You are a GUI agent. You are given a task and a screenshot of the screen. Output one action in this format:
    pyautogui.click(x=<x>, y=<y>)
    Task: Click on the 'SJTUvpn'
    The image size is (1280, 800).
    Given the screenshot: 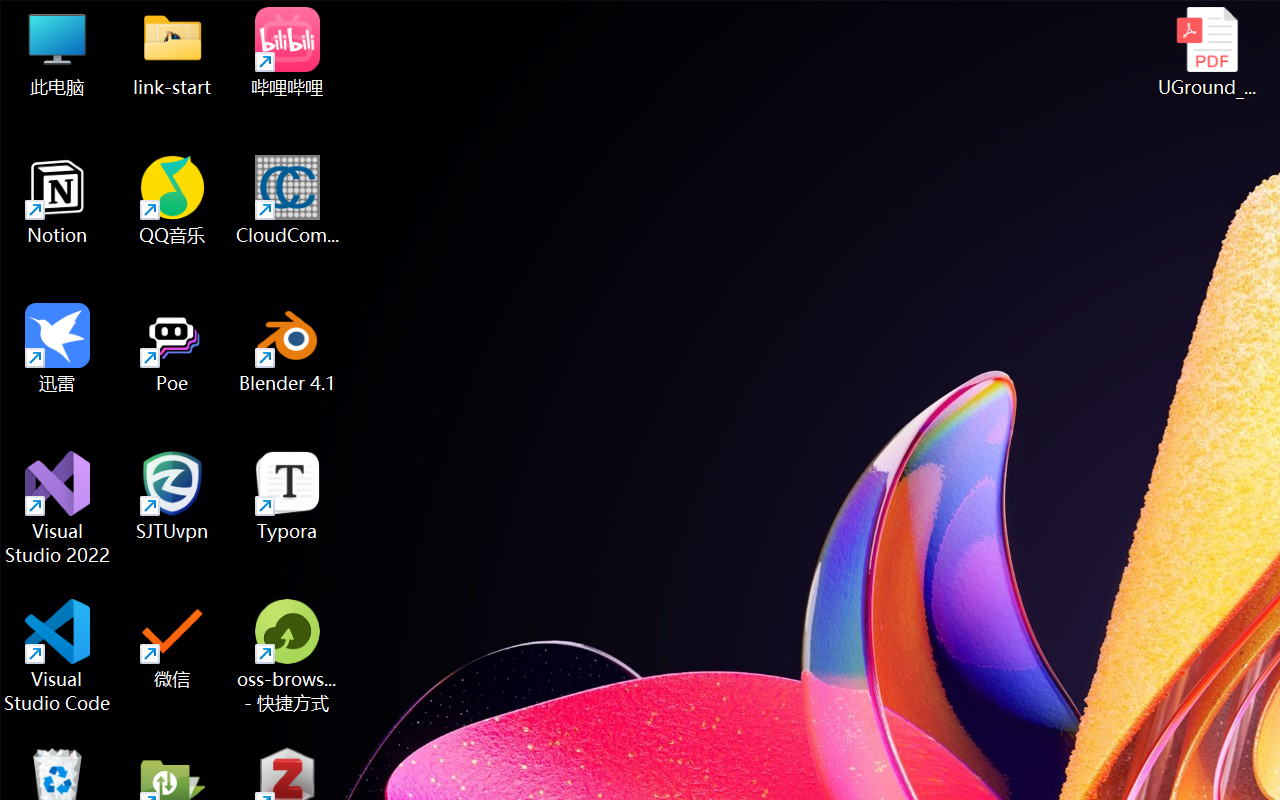 What is the action you would take?
    pyautogui.click(x=172, y=496)
    